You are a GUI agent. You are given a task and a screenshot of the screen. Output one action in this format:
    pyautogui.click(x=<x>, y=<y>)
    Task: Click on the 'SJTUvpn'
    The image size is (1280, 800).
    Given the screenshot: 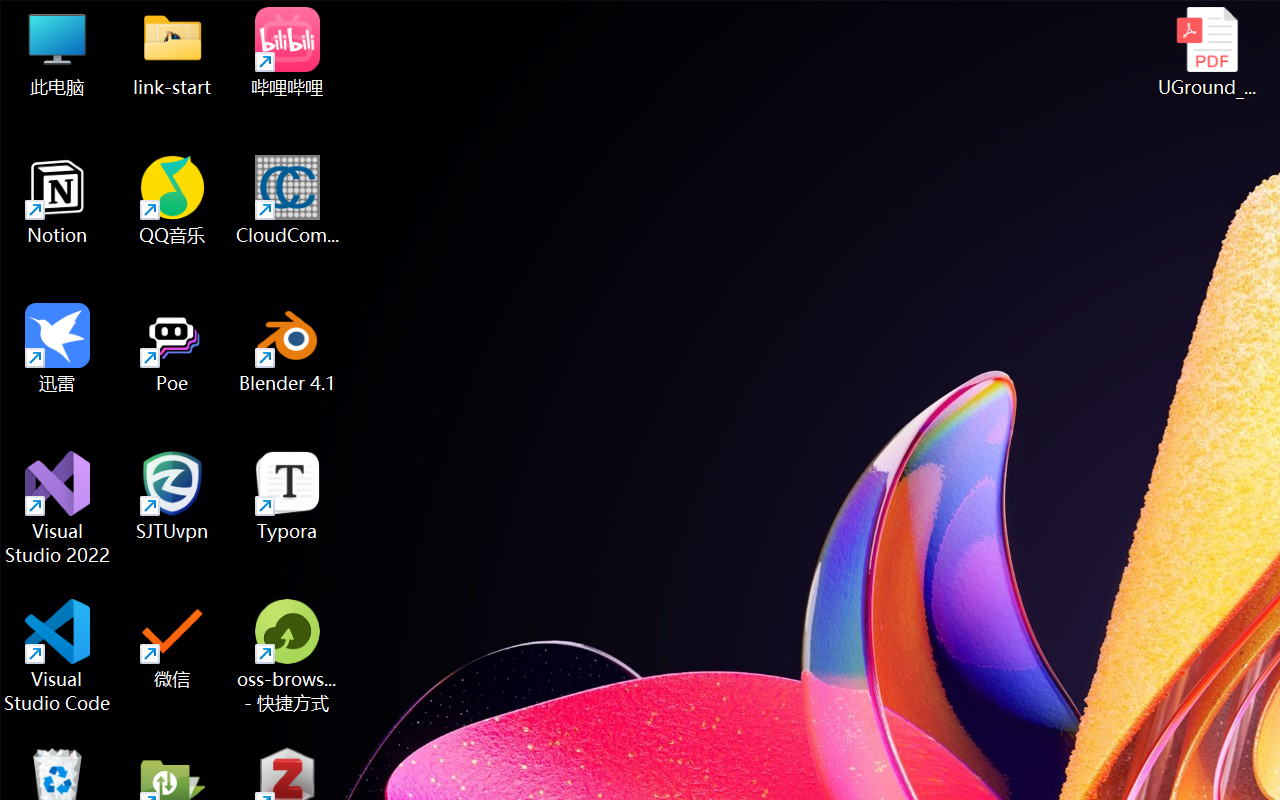 What is the action you would take?
    pyautogui.click(x=172, y=496)
    